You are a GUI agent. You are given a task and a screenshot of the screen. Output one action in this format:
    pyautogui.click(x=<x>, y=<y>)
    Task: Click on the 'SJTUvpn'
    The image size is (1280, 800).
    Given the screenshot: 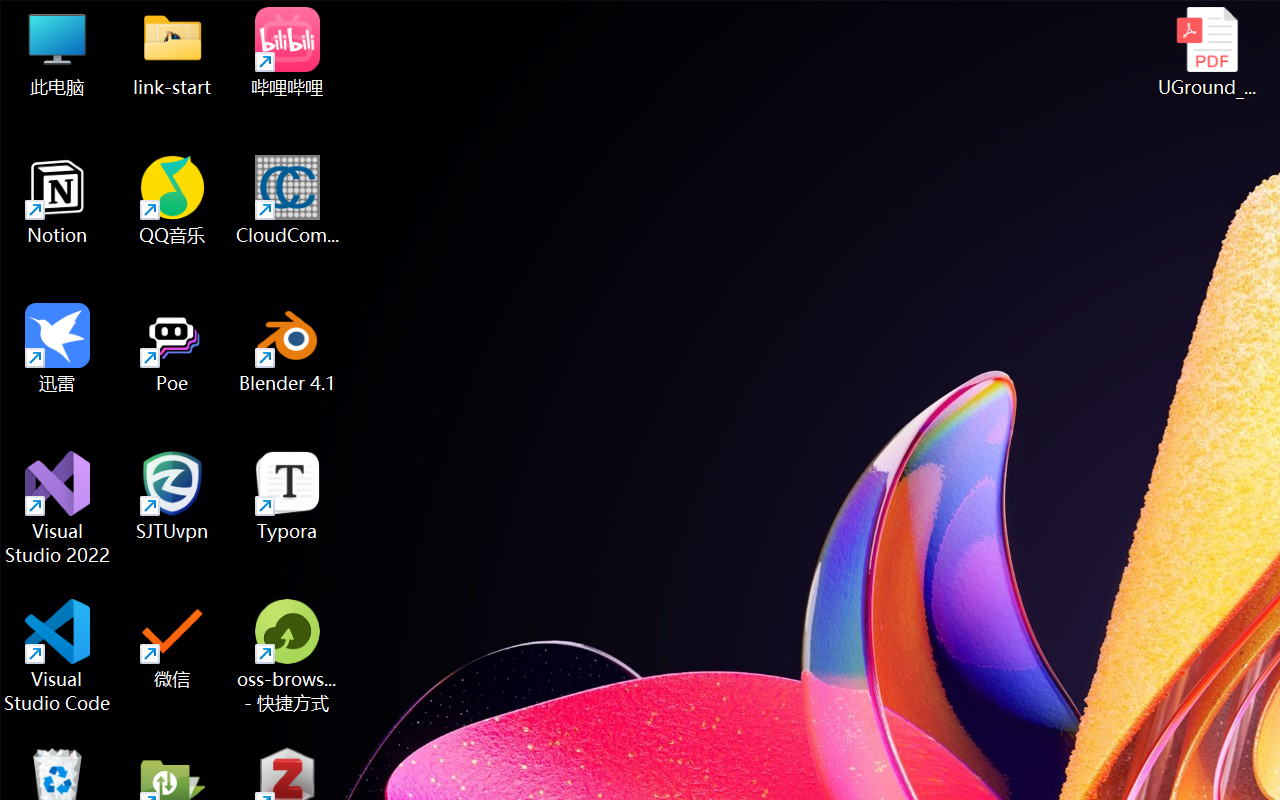 What is the action you would take?
    pyautogui.click(x=172, y=496)
    